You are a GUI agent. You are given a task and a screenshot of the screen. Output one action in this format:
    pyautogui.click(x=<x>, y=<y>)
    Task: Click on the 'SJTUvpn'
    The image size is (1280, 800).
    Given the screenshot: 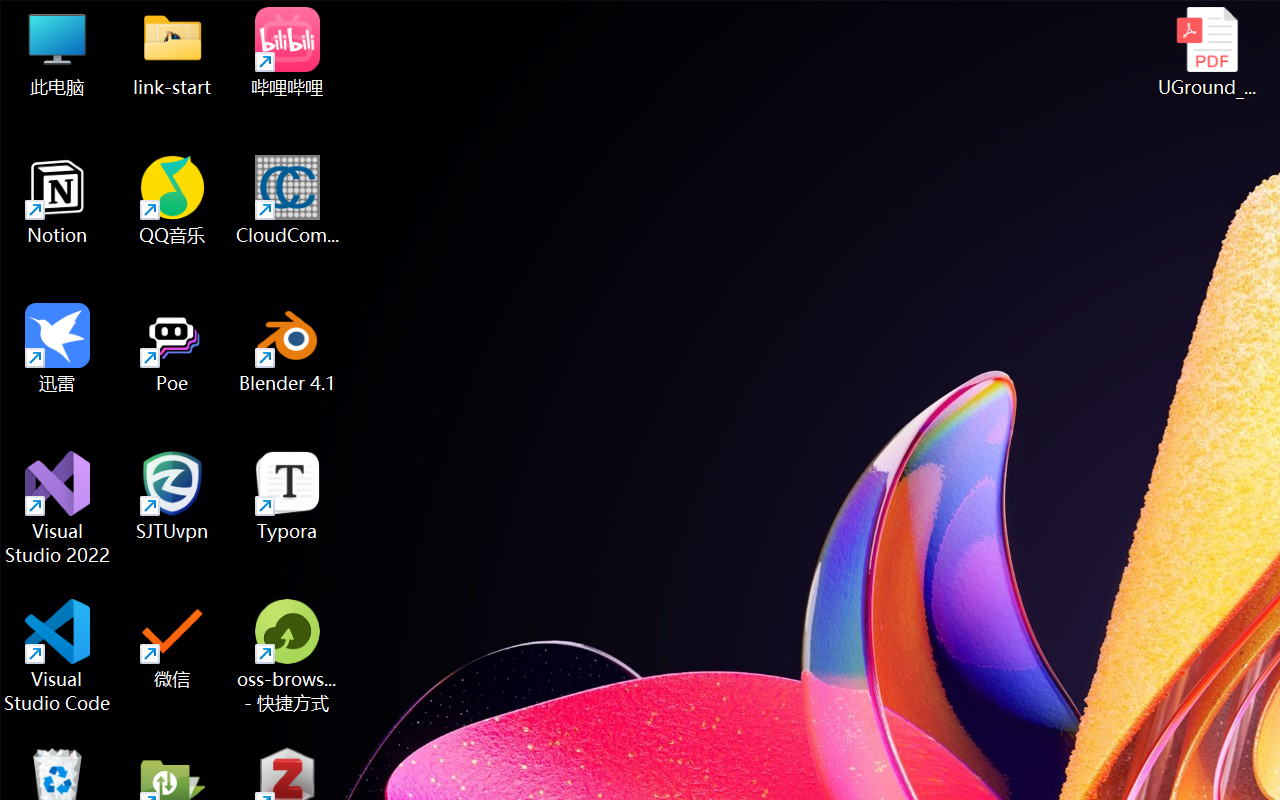 What is the action you would take?
    pyautogui.click(x=172, y=496)
    